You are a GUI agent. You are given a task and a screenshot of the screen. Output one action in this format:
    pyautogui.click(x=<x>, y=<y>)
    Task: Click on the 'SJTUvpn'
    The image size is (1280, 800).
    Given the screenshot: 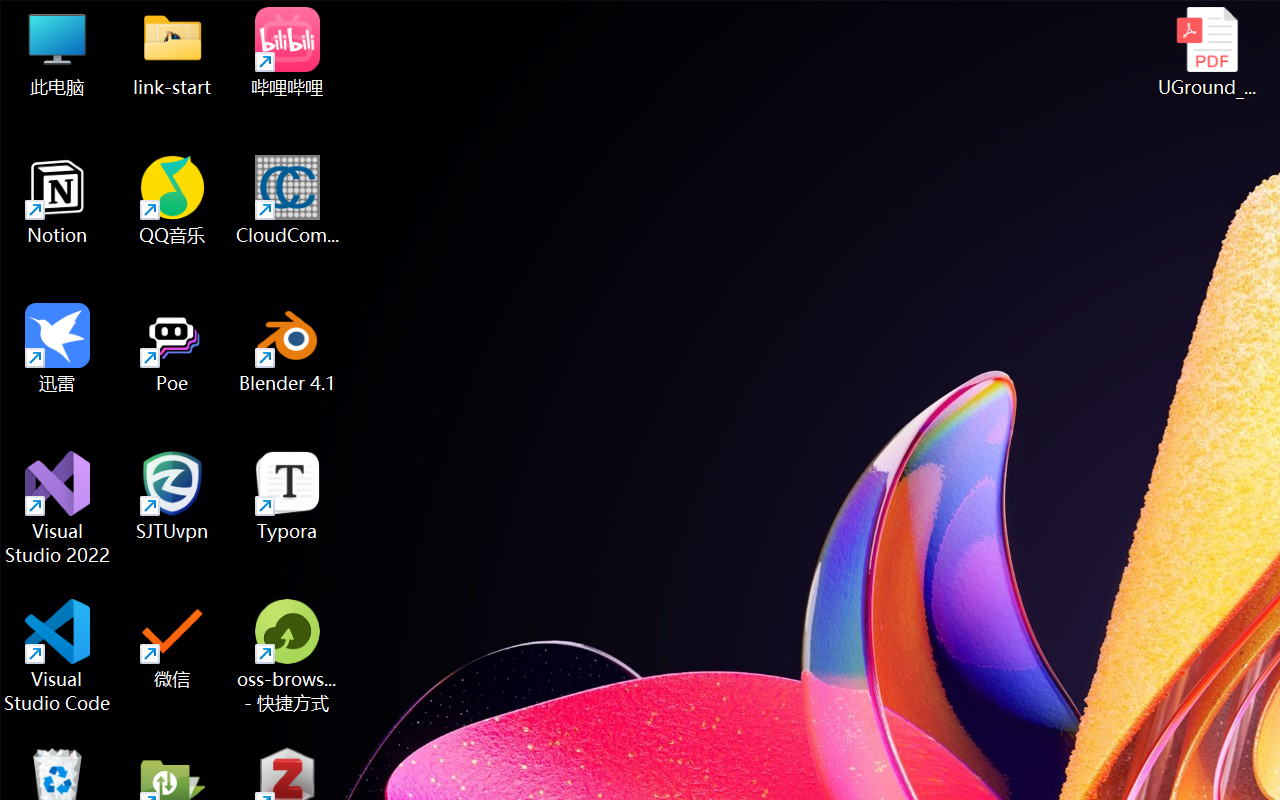 What is the action you would take?
    pyautogui.click(x=172, y=496)
    